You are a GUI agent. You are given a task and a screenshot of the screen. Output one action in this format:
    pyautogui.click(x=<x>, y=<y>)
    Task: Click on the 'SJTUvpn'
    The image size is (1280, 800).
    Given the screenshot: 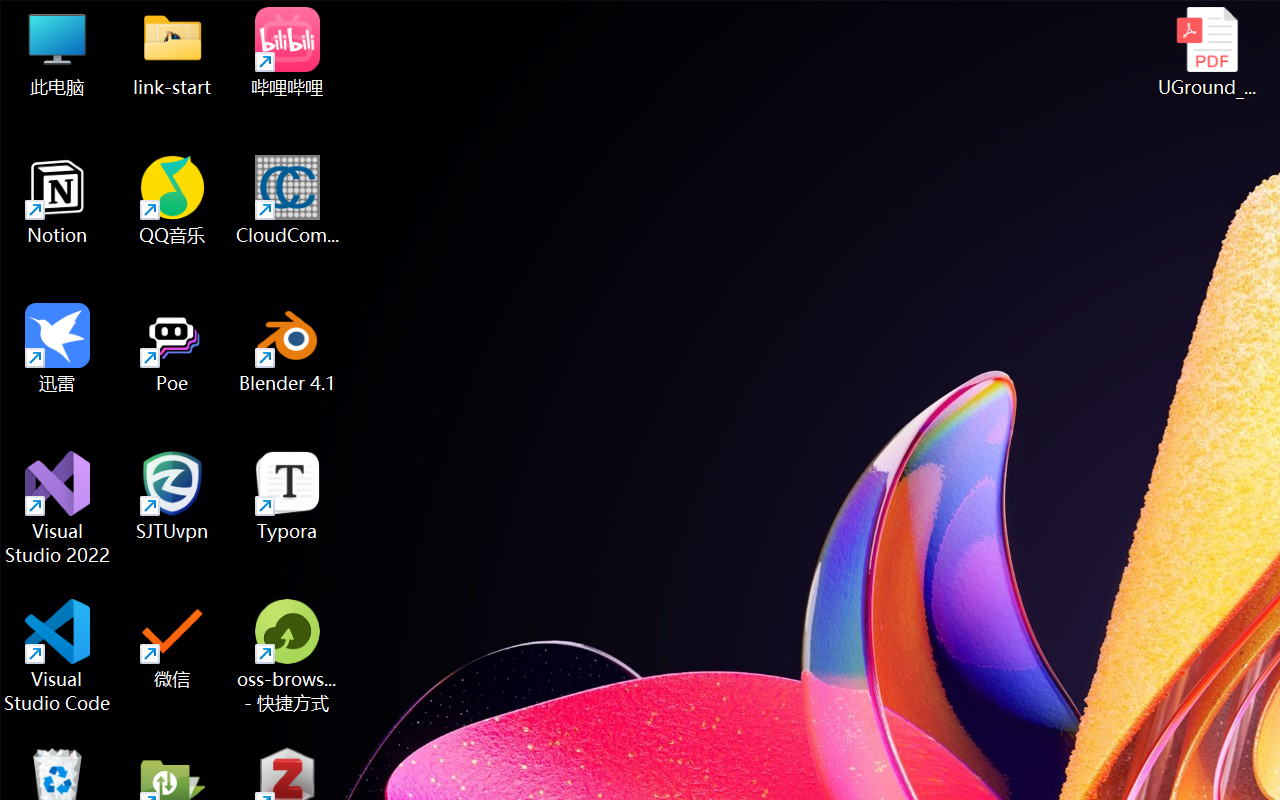 What is the action you would take?
    pyautogui.click(x=172, y=496)
    